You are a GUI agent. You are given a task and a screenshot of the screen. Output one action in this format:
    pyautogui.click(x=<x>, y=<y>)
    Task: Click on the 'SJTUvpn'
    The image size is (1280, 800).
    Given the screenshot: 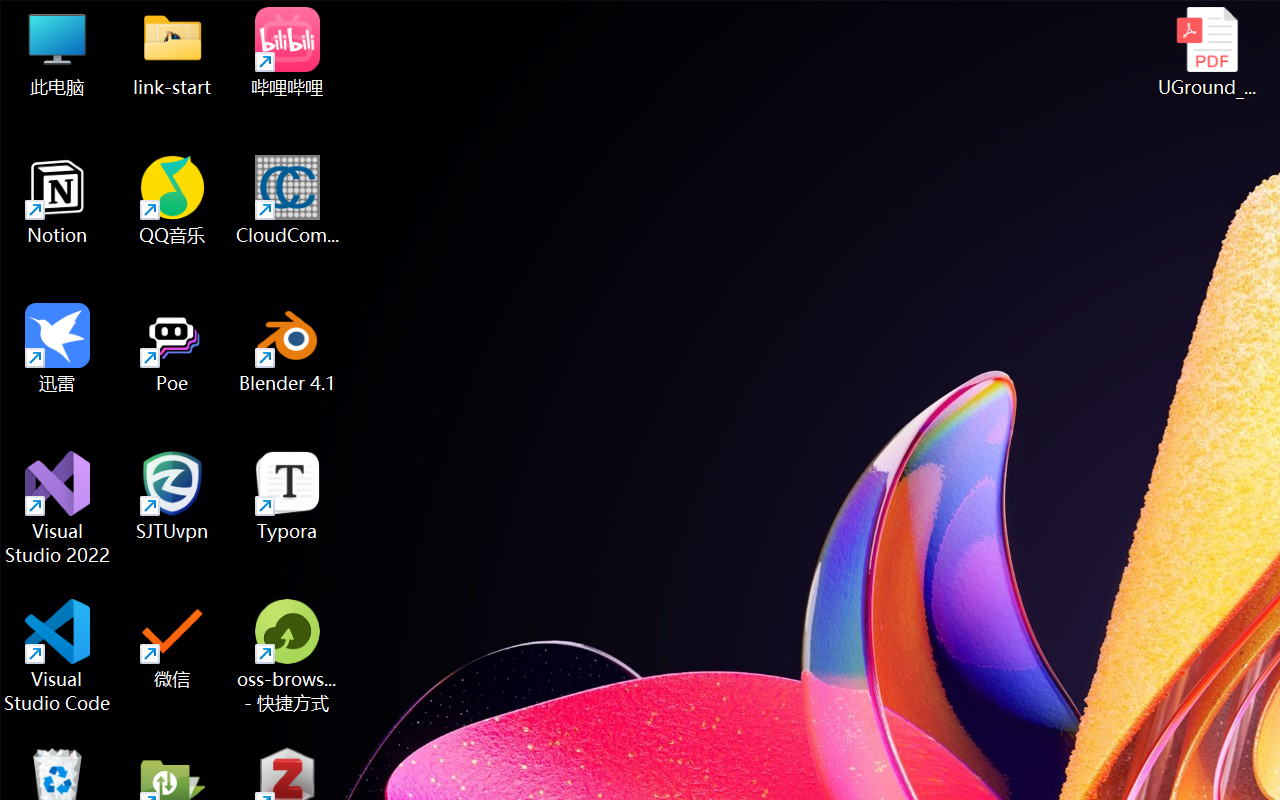 What is the action you would take?
    pyautogui.click(x=172, y=496)
    